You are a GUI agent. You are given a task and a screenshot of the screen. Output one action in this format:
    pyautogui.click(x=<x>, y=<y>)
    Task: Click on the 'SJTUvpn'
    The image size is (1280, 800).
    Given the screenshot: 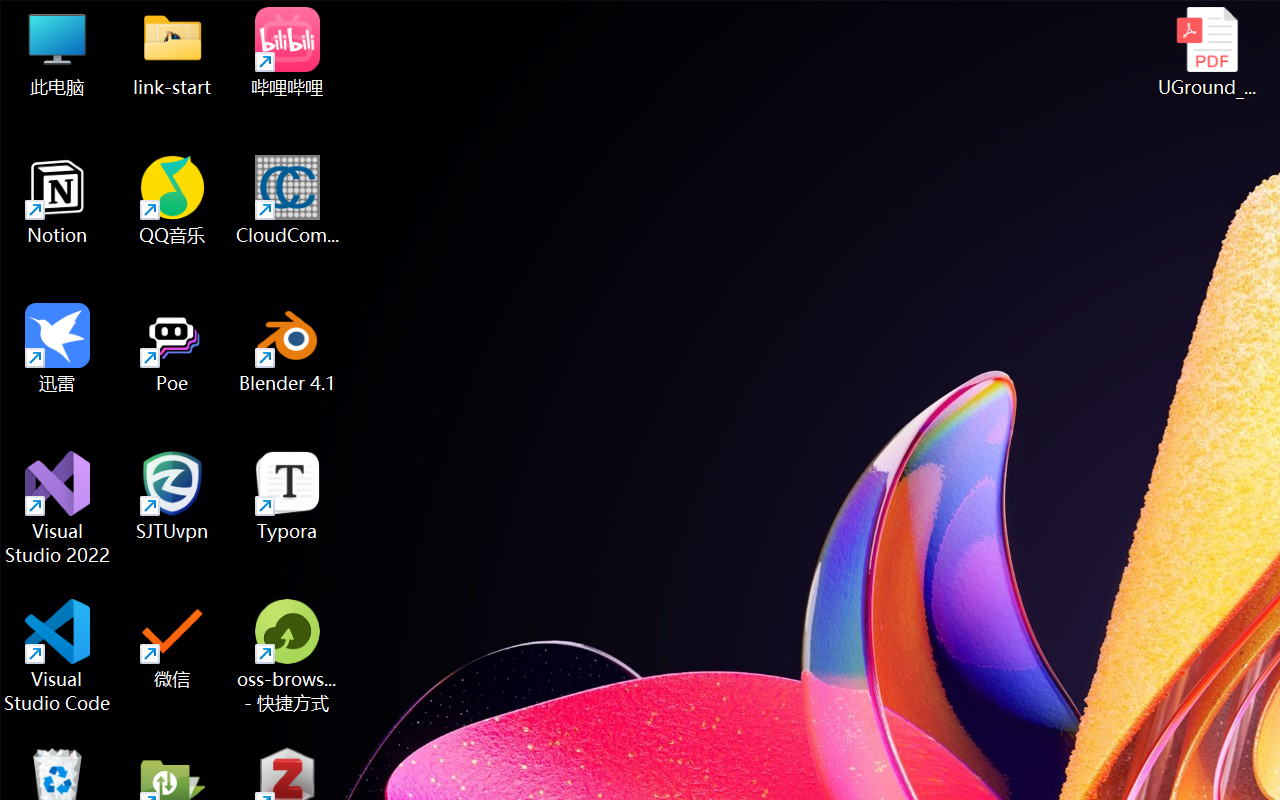 What is the action you would take?
    pyautogui.click(x=172, y=496)
    